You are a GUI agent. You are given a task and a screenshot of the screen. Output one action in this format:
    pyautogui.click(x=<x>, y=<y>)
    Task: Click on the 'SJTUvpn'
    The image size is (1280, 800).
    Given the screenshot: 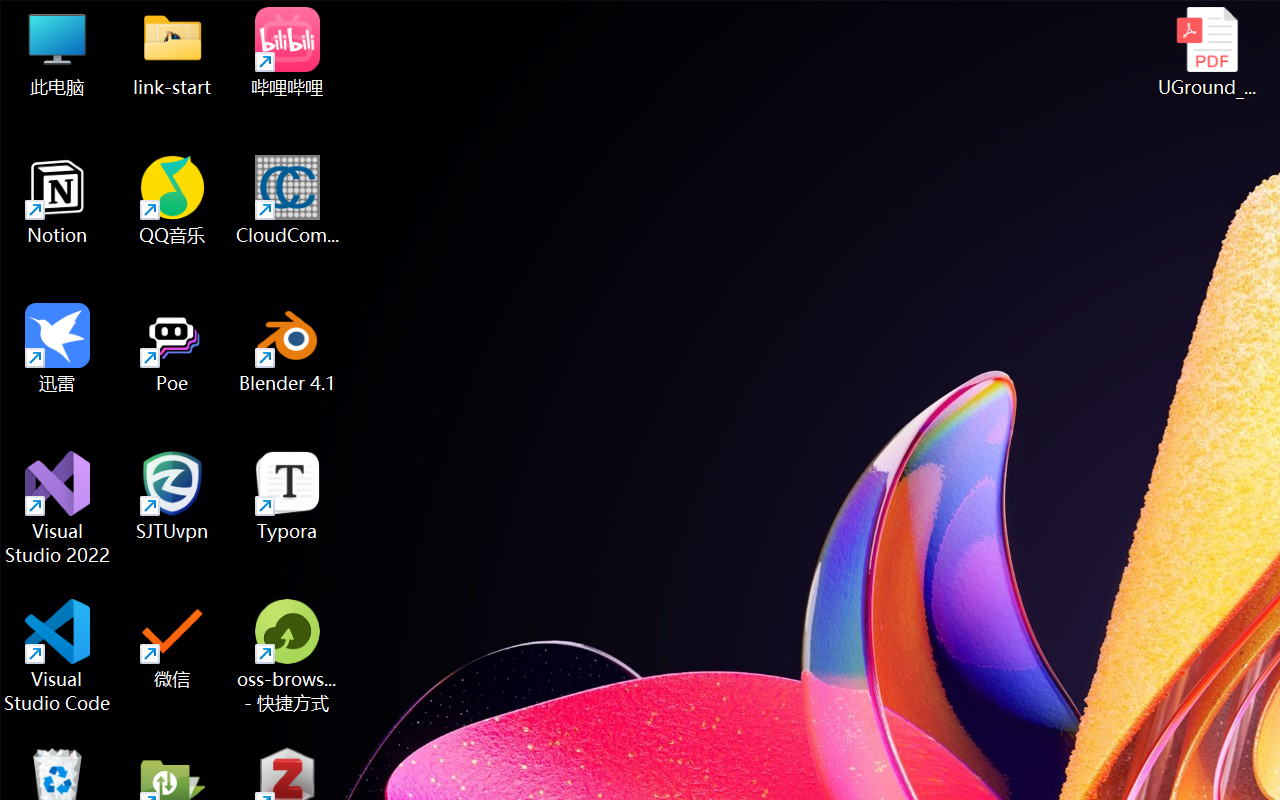 What is the action you would take?
    pyautogui.click(x=172, y=496)
    